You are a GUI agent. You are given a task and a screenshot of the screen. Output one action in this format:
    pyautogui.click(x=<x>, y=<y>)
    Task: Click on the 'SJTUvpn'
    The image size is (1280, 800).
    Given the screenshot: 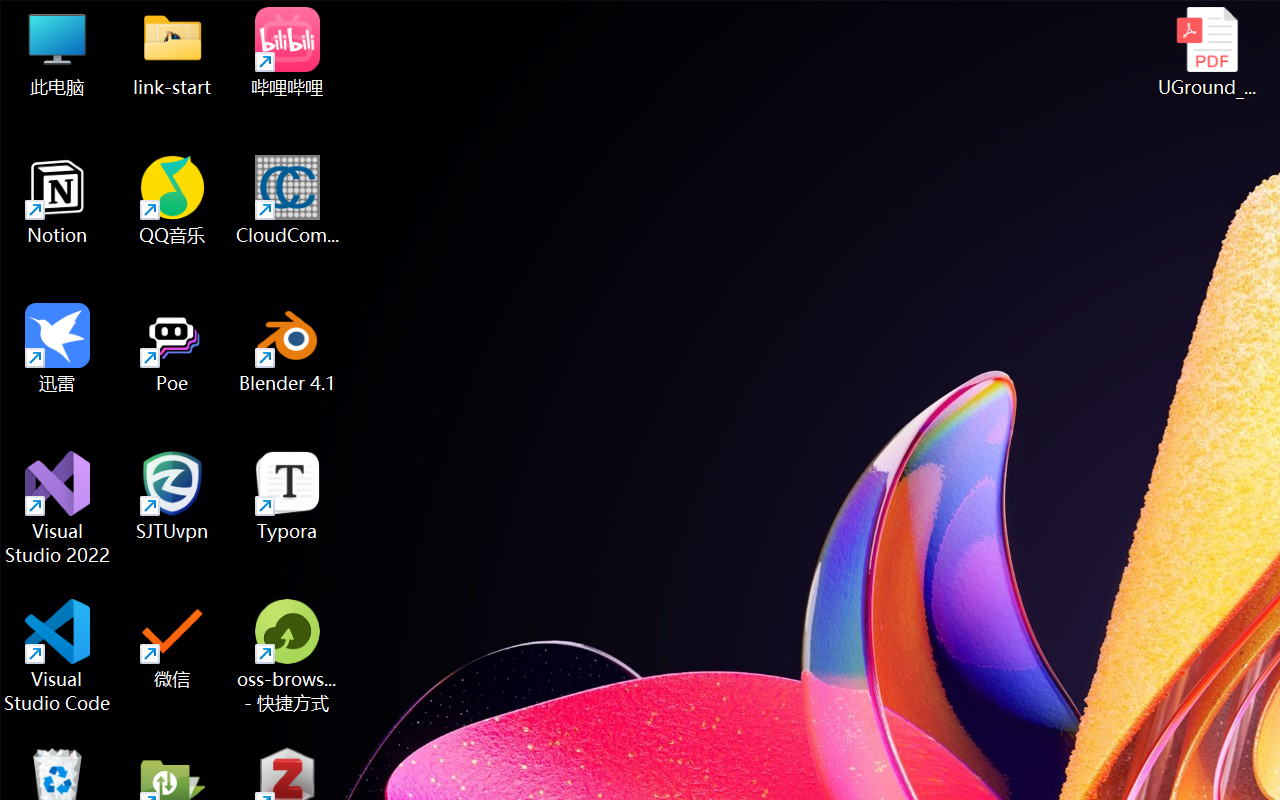 What is the action you would take?
    pyautogui.click(x=172, y=496)
    